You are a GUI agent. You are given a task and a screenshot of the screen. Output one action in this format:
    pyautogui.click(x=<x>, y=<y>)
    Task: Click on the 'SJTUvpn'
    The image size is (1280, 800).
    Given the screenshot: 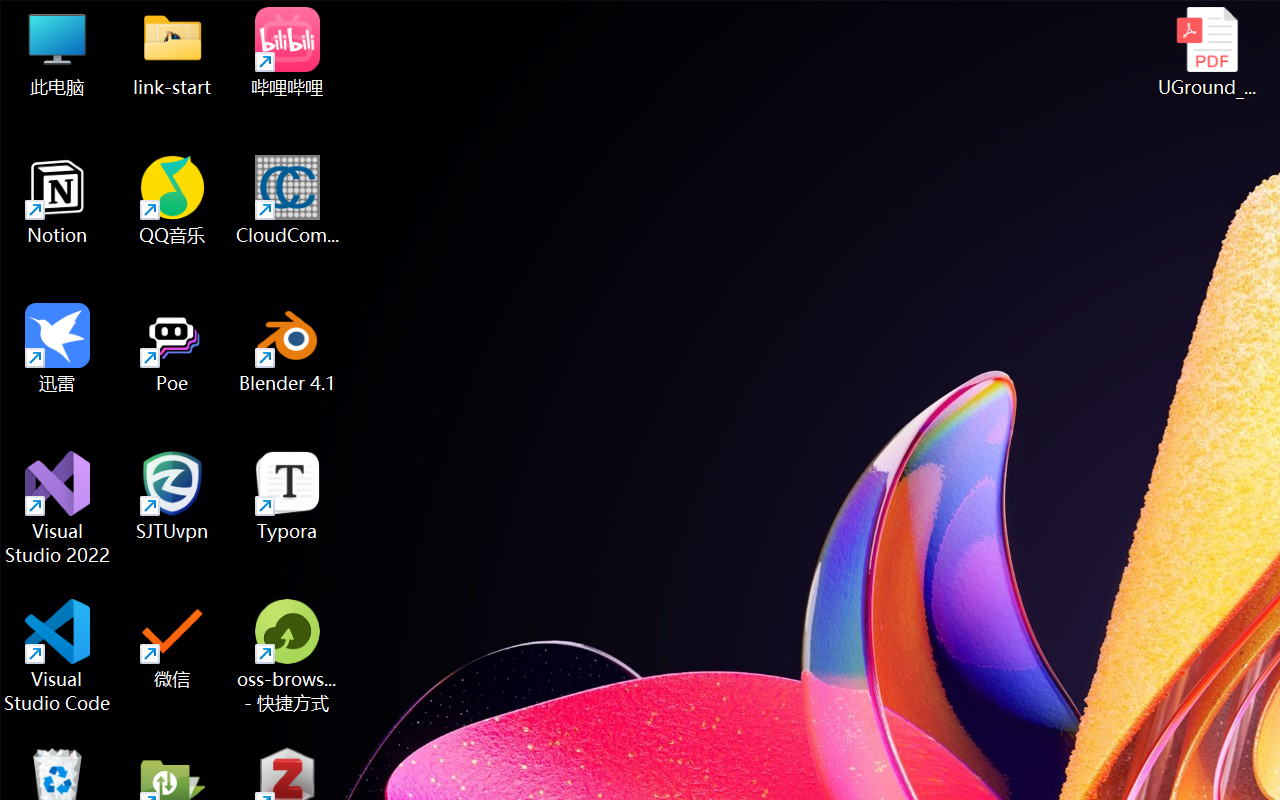 What is the action you would take?
    pyautogui.click(x=172, y=496)
    